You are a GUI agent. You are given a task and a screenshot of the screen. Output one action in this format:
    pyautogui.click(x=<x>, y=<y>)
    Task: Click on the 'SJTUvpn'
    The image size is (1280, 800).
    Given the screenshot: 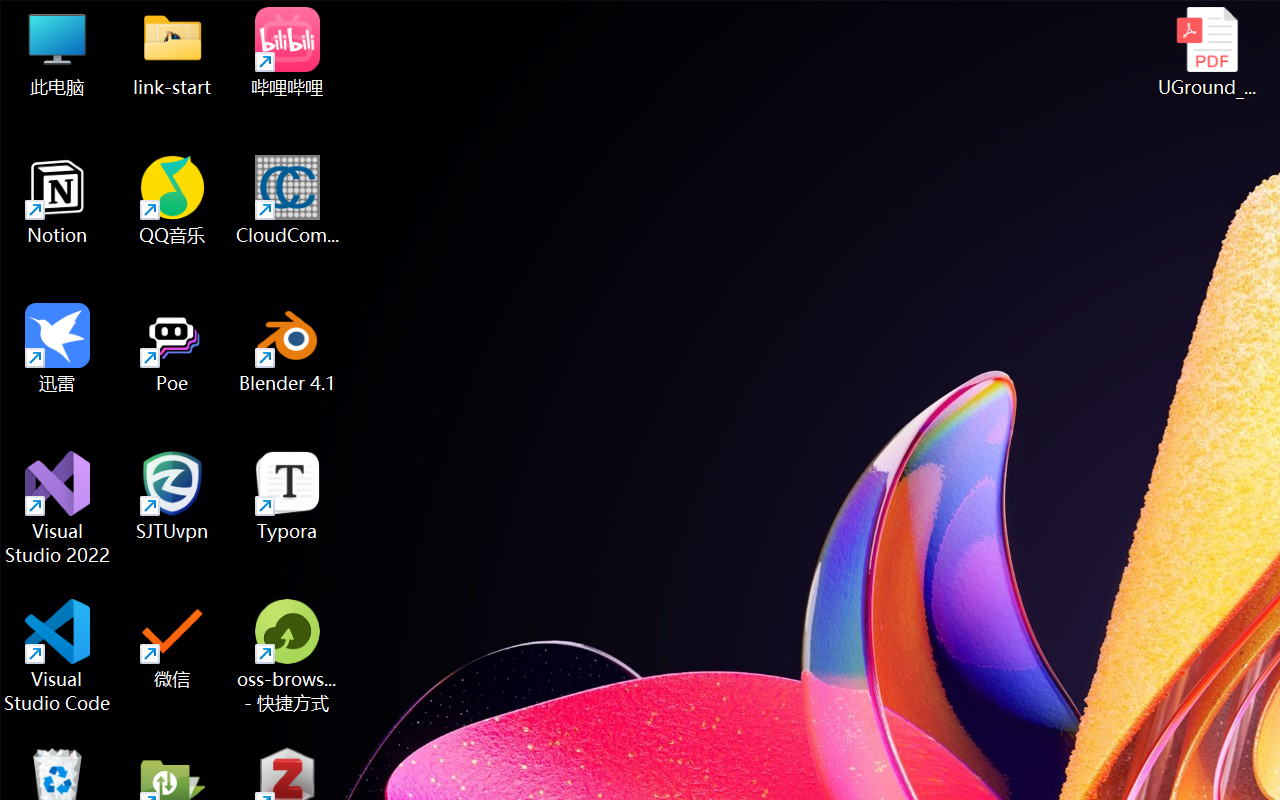 What is the action you would take?
    pyautogui.click(x=172, y=496)
    